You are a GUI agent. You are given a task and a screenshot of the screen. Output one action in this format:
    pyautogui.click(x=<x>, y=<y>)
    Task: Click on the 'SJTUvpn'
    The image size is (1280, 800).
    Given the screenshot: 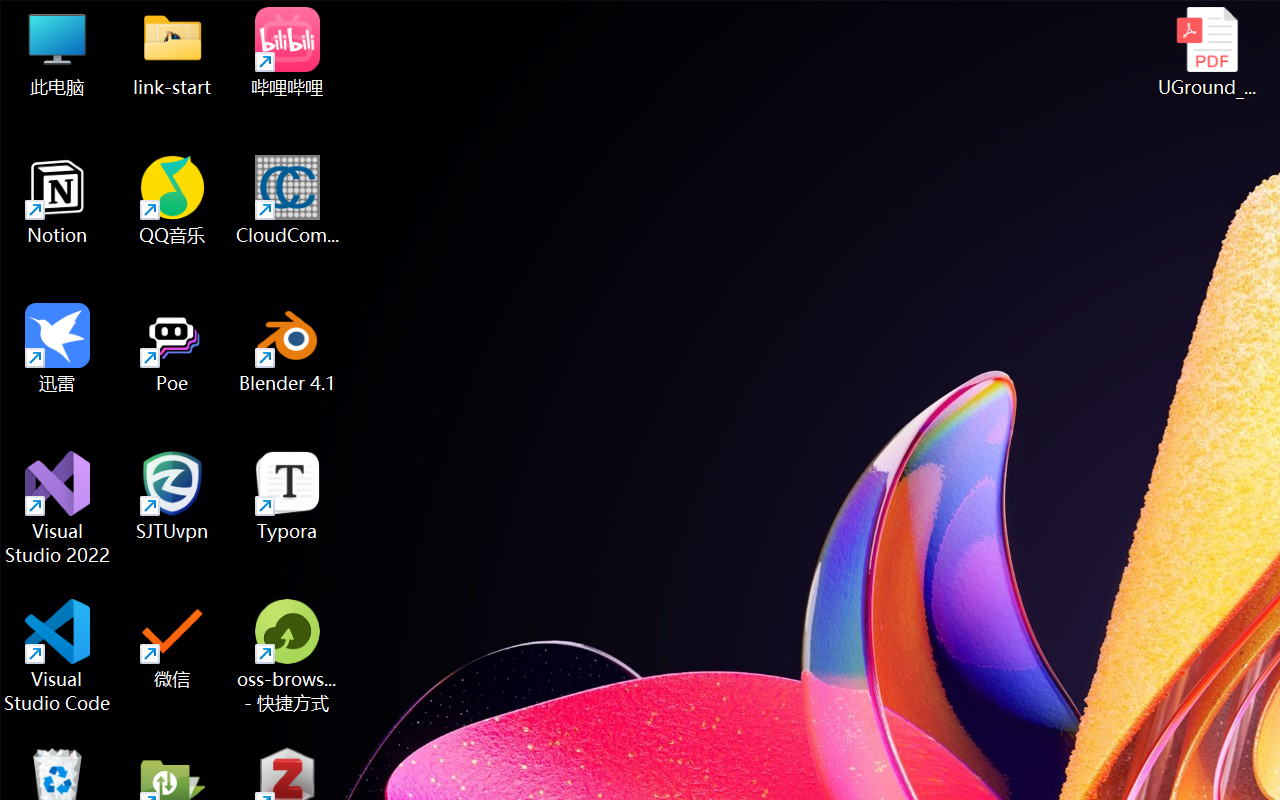 What is the action you would take?
    pyautogui.click(x=172, y=496)
    